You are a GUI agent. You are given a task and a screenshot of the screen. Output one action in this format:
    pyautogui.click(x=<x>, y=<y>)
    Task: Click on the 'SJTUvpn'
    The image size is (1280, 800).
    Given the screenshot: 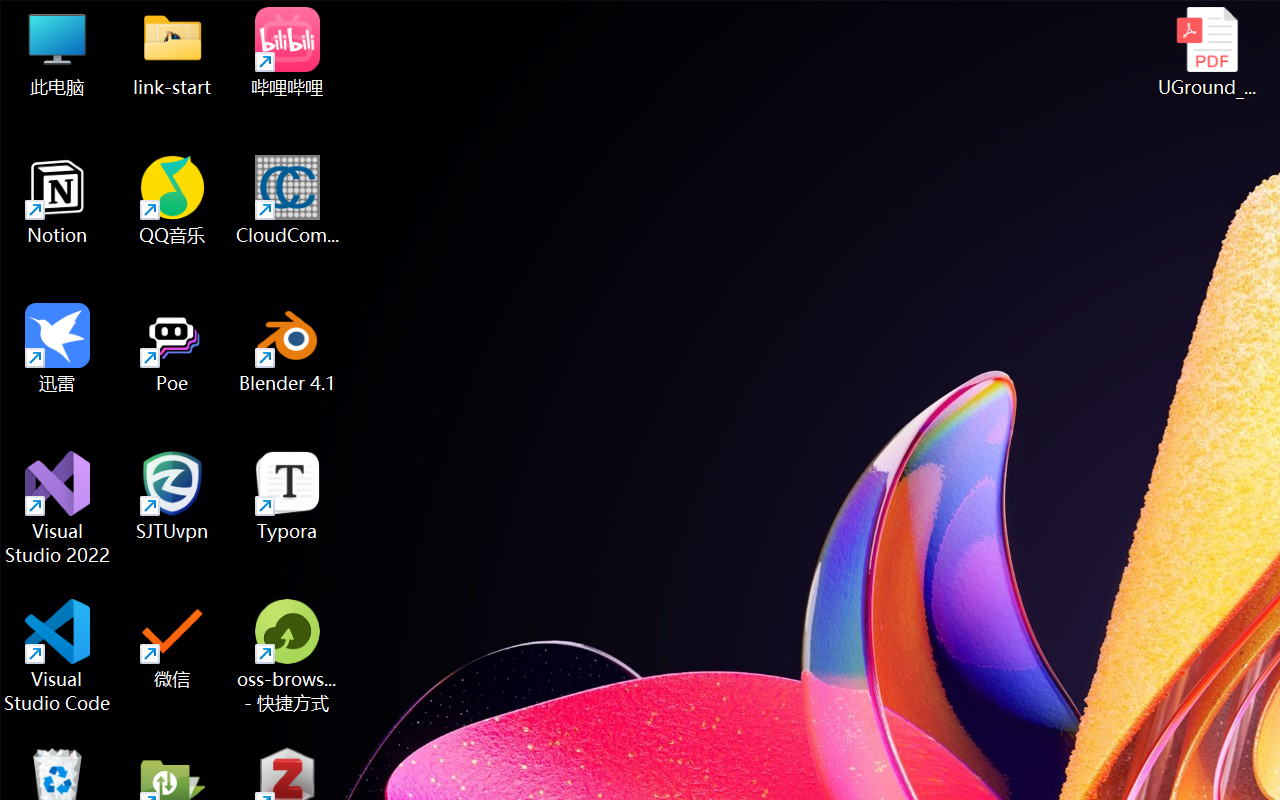 What is the action you would take?
    pyautogui.click(x=172, y=496)
    